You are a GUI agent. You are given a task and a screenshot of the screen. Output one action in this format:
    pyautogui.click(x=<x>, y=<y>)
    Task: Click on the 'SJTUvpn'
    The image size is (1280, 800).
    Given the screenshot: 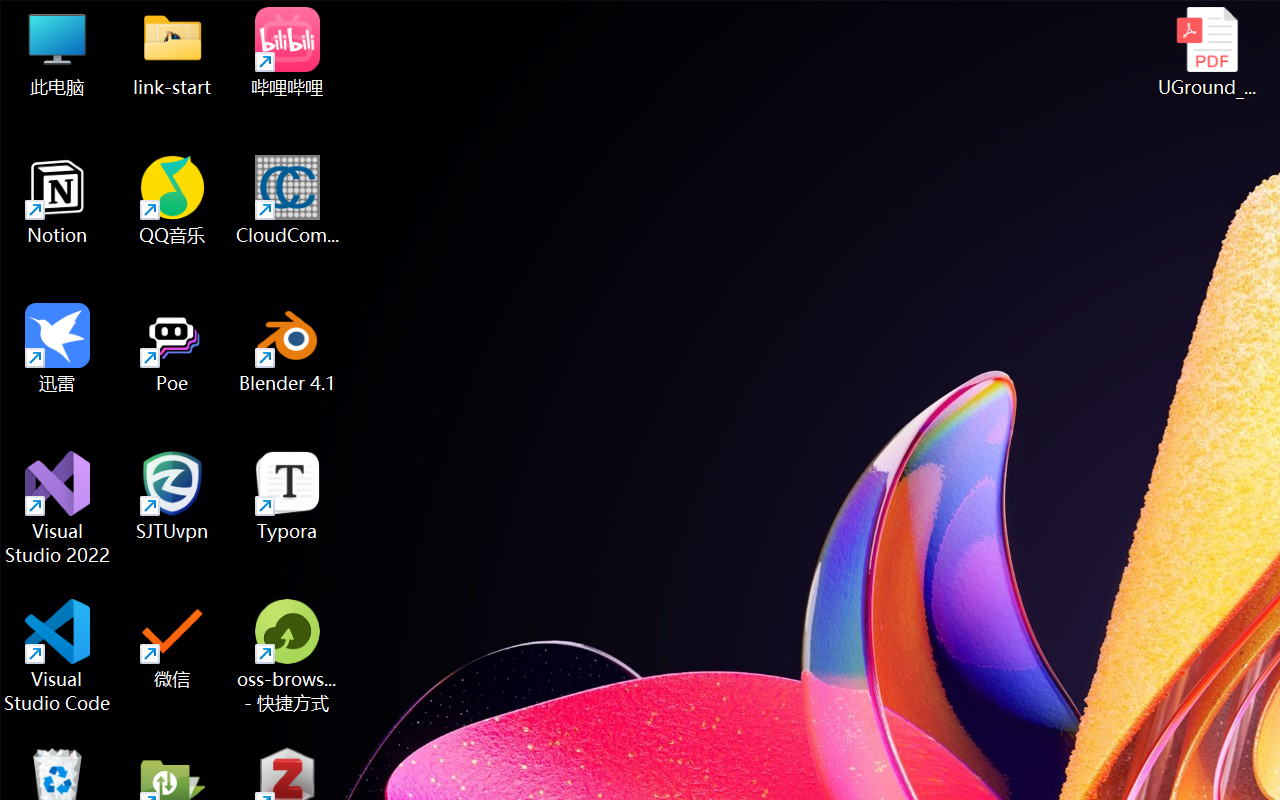 What is the action you would take?
    pyautogui.click(x=172, y=496)
    